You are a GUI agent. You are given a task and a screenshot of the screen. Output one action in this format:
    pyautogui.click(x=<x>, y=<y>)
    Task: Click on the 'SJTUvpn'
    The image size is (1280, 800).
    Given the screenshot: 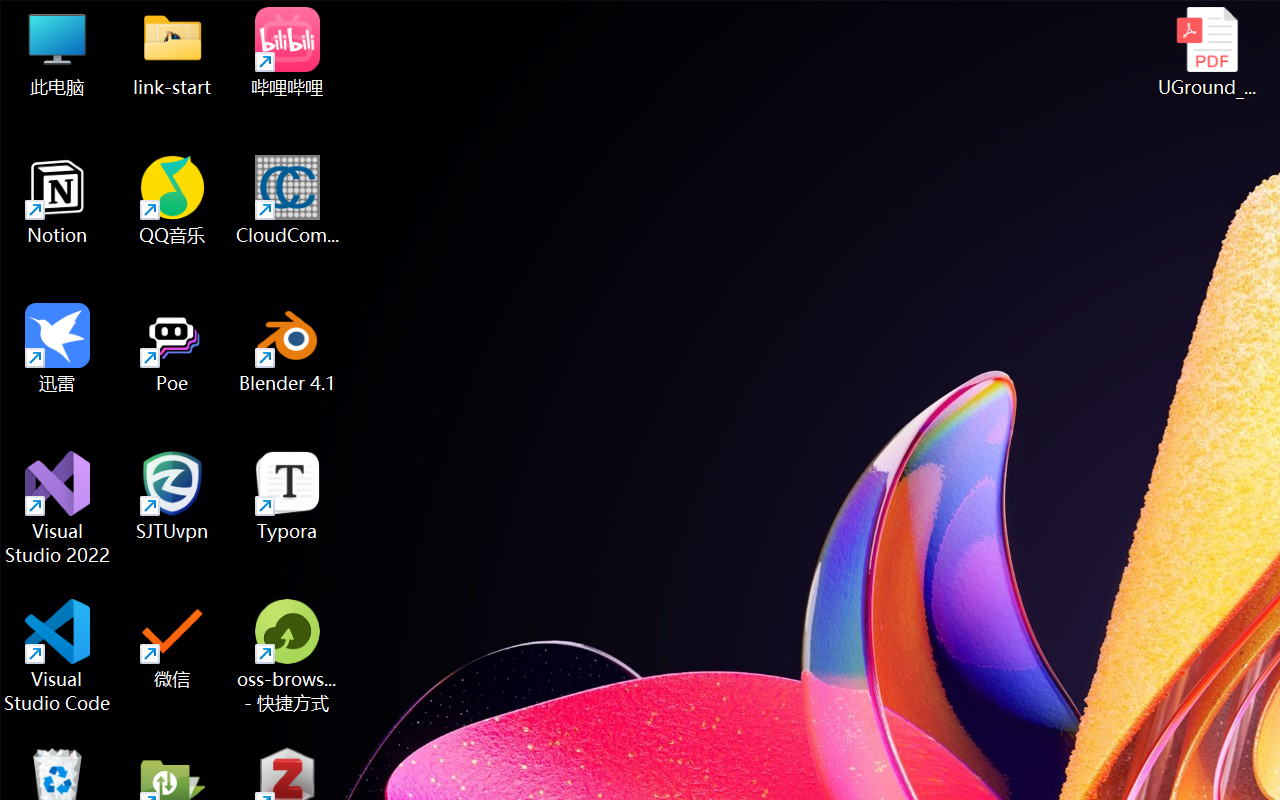 What is the action you would take?
    pyautogui.click(x=172, y=496)
    